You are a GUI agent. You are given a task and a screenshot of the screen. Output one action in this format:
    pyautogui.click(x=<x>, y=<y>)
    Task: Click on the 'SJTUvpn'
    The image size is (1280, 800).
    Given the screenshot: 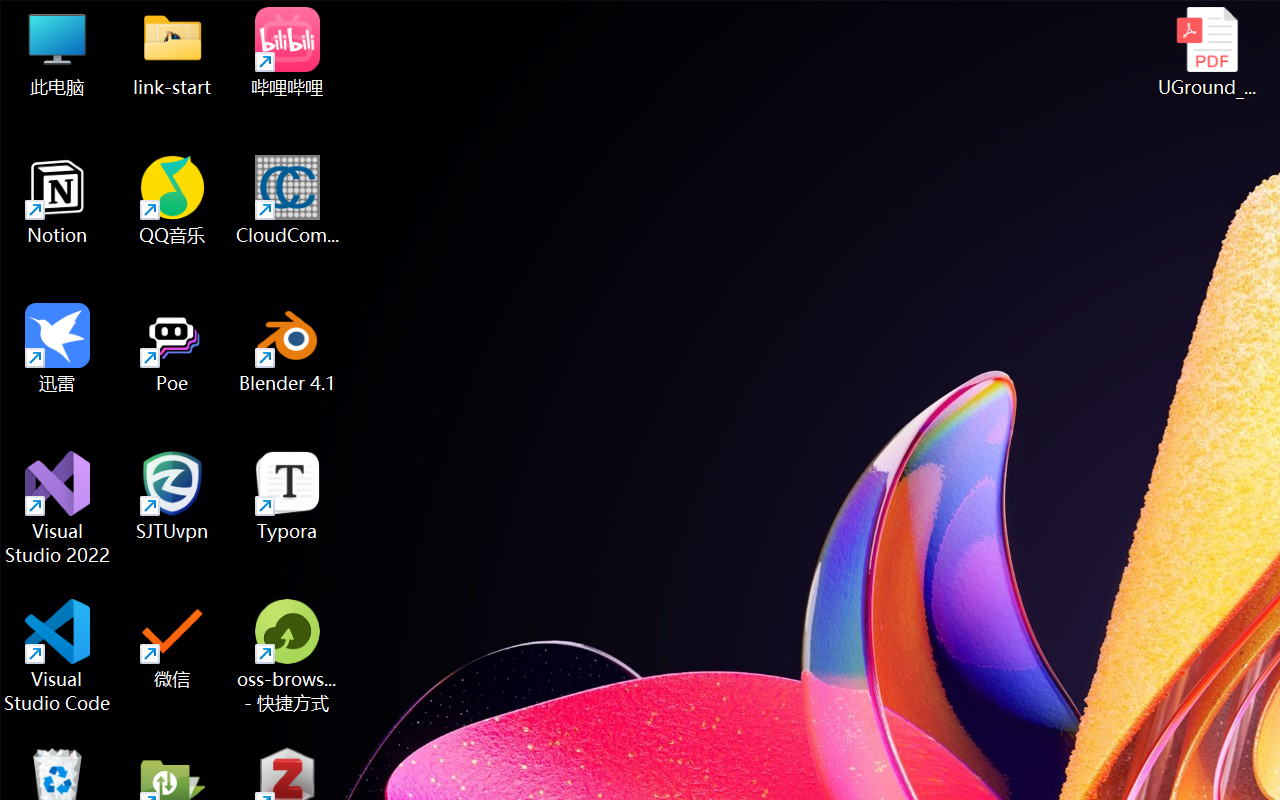 What is the action you would take?
    pyautogui.click(x=172, y=496)
    